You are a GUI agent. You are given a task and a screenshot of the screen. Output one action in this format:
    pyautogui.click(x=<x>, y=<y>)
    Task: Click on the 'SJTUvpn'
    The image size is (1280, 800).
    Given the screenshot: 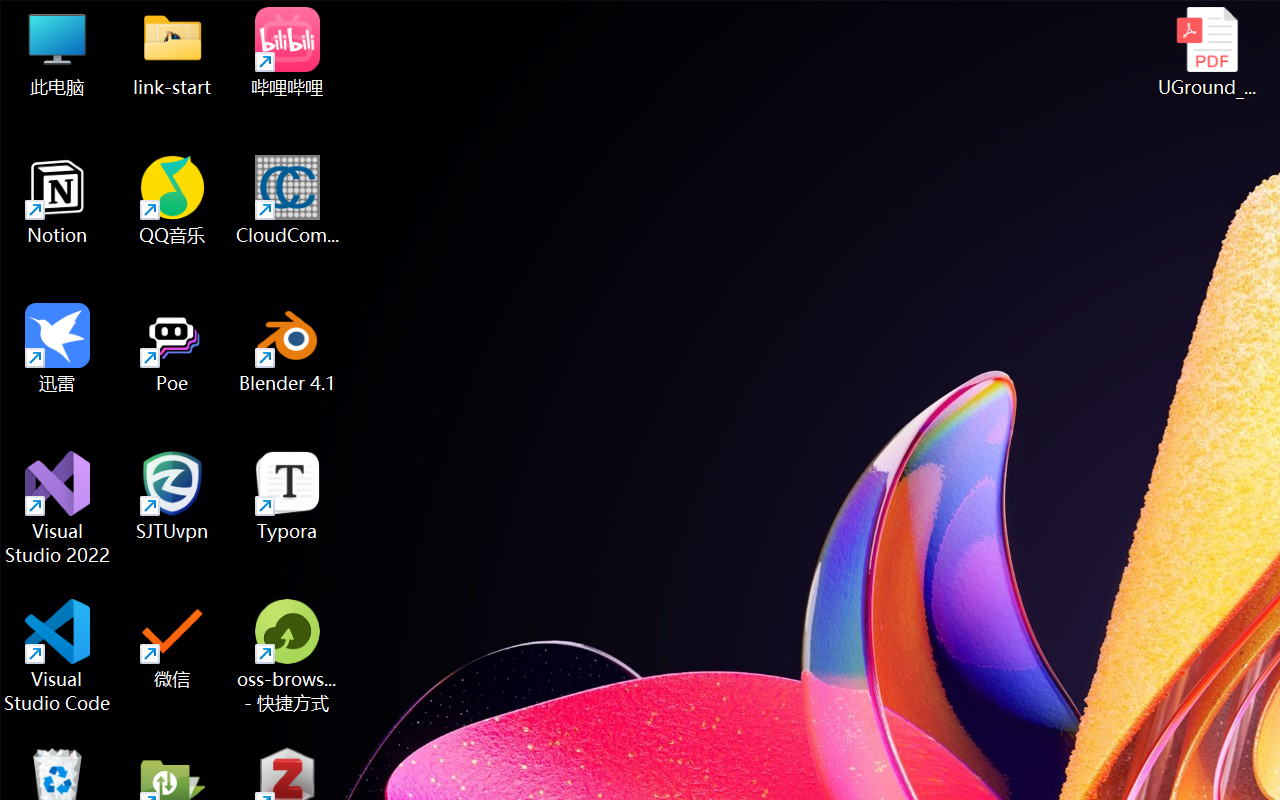 What is the action you would take?
    pyautogui.click(x=172, y=496)
    